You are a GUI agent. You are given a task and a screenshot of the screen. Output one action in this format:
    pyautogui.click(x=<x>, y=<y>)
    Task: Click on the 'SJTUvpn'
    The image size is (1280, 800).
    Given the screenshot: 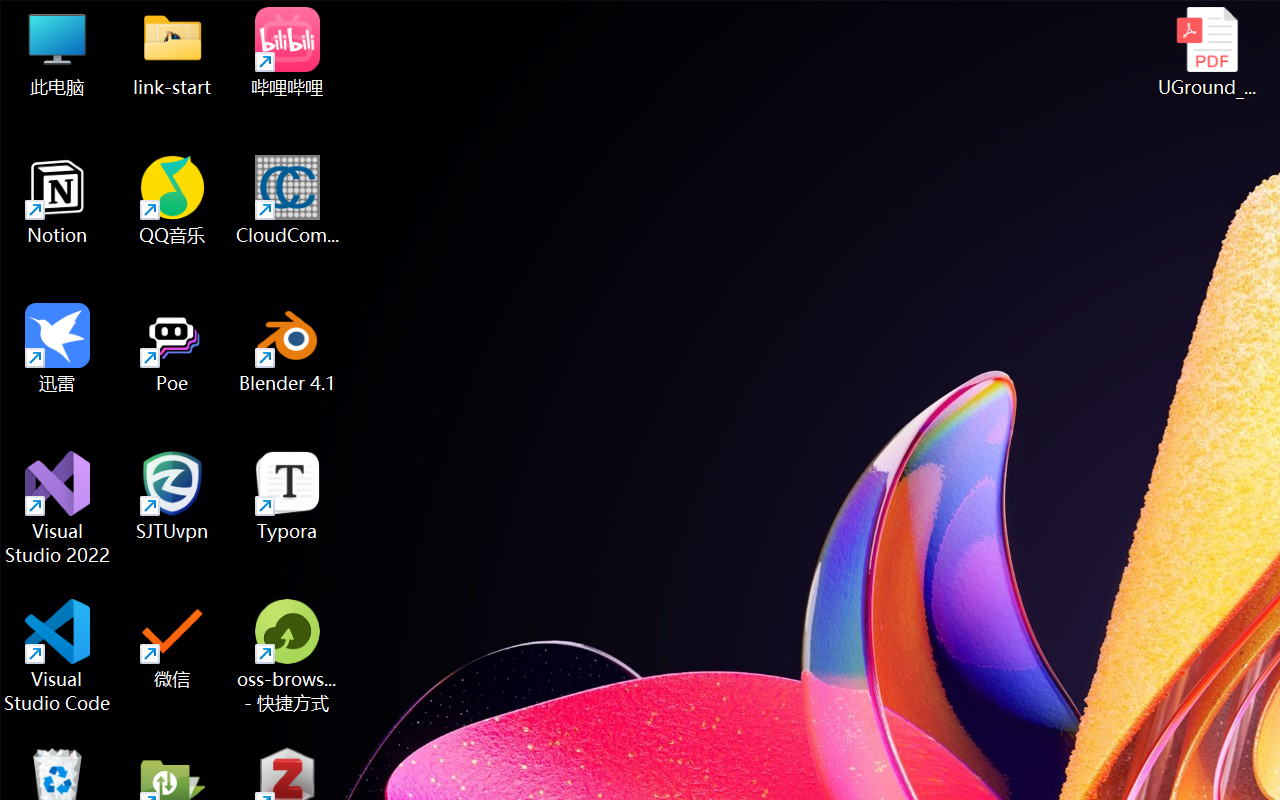 What is the action you would take?
    pyautogui.click(x=172, y=496)
    